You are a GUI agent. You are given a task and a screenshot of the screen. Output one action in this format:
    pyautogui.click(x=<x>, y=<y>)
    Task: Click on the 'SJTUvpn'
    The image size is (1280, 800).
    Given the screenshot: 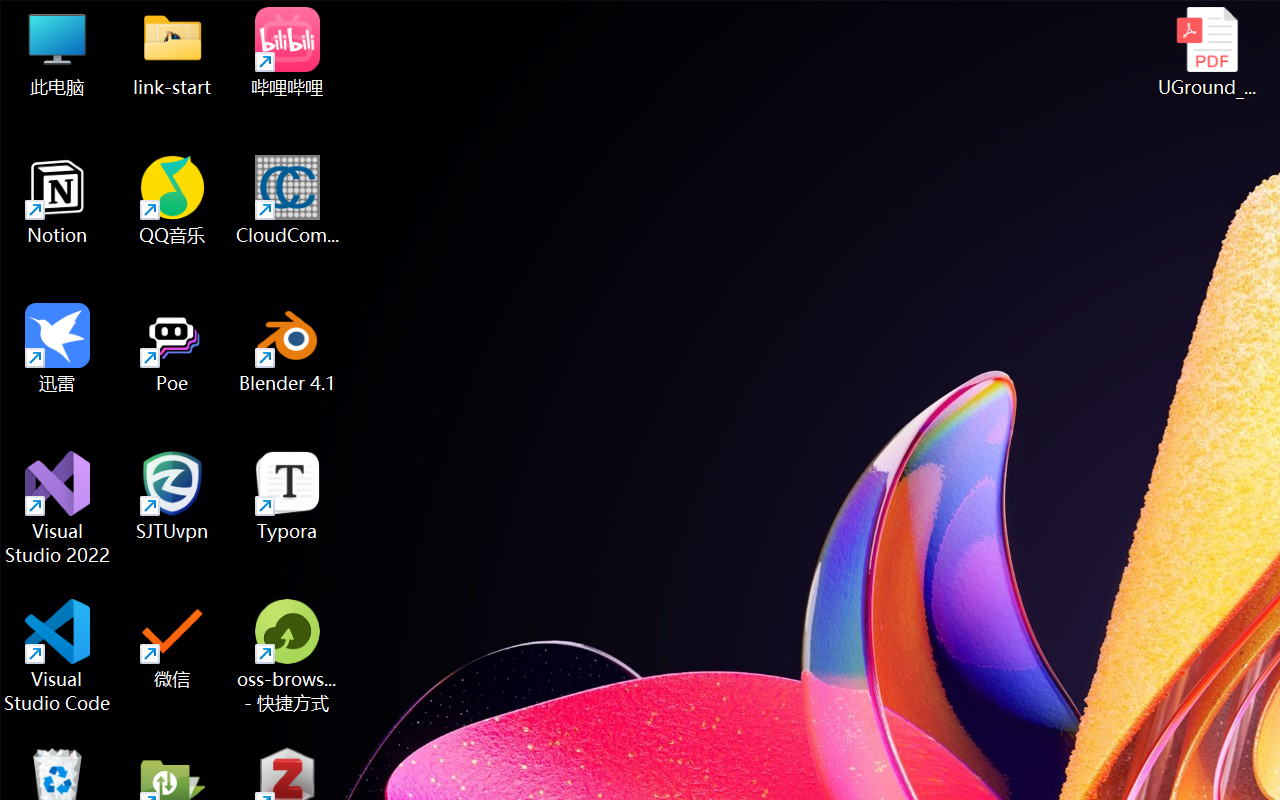 What is the action you would take?
    pyautogui.click(x=172, y=496)
    